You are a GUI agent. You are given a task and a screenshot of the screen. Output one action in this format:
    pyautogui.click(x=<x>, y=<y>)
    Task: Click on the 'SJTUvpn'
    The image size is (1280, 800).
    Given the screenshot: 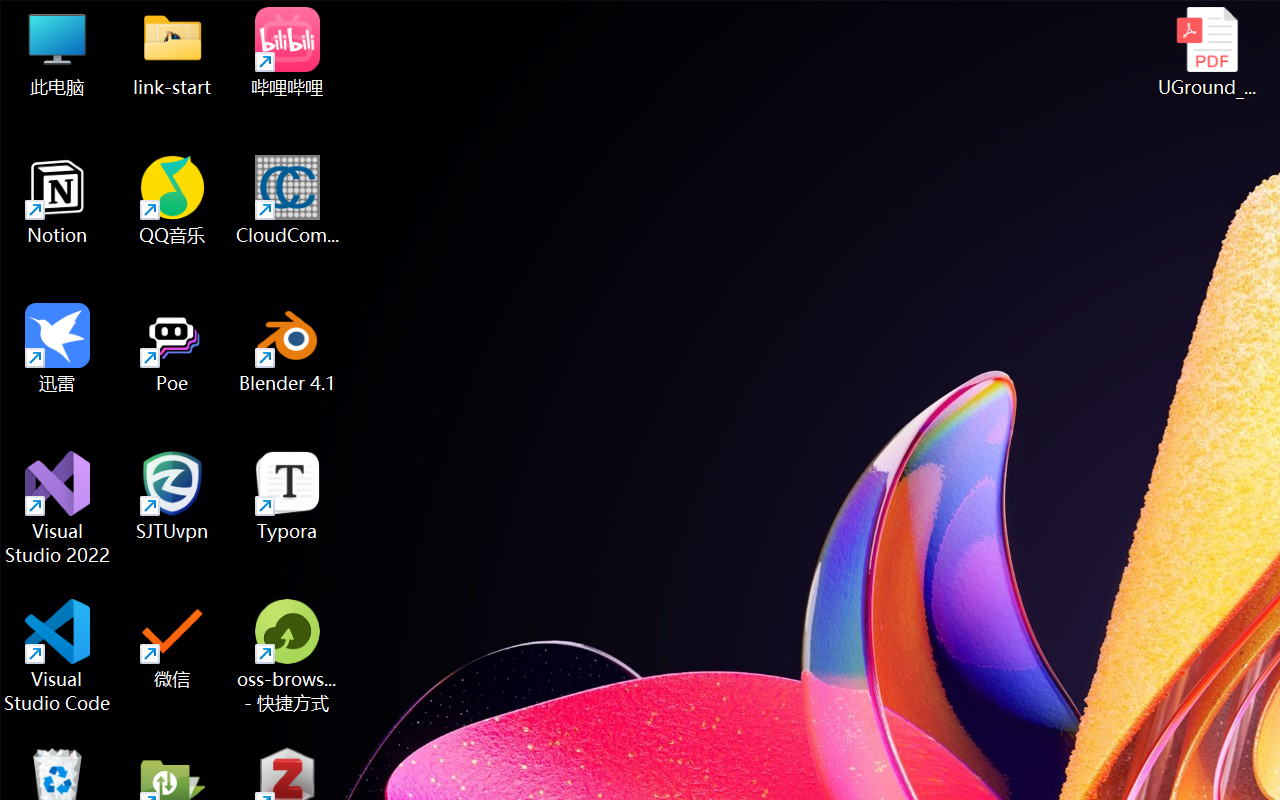 What is the action you would take?
    pyautogui.click(x=172, y=496)
    